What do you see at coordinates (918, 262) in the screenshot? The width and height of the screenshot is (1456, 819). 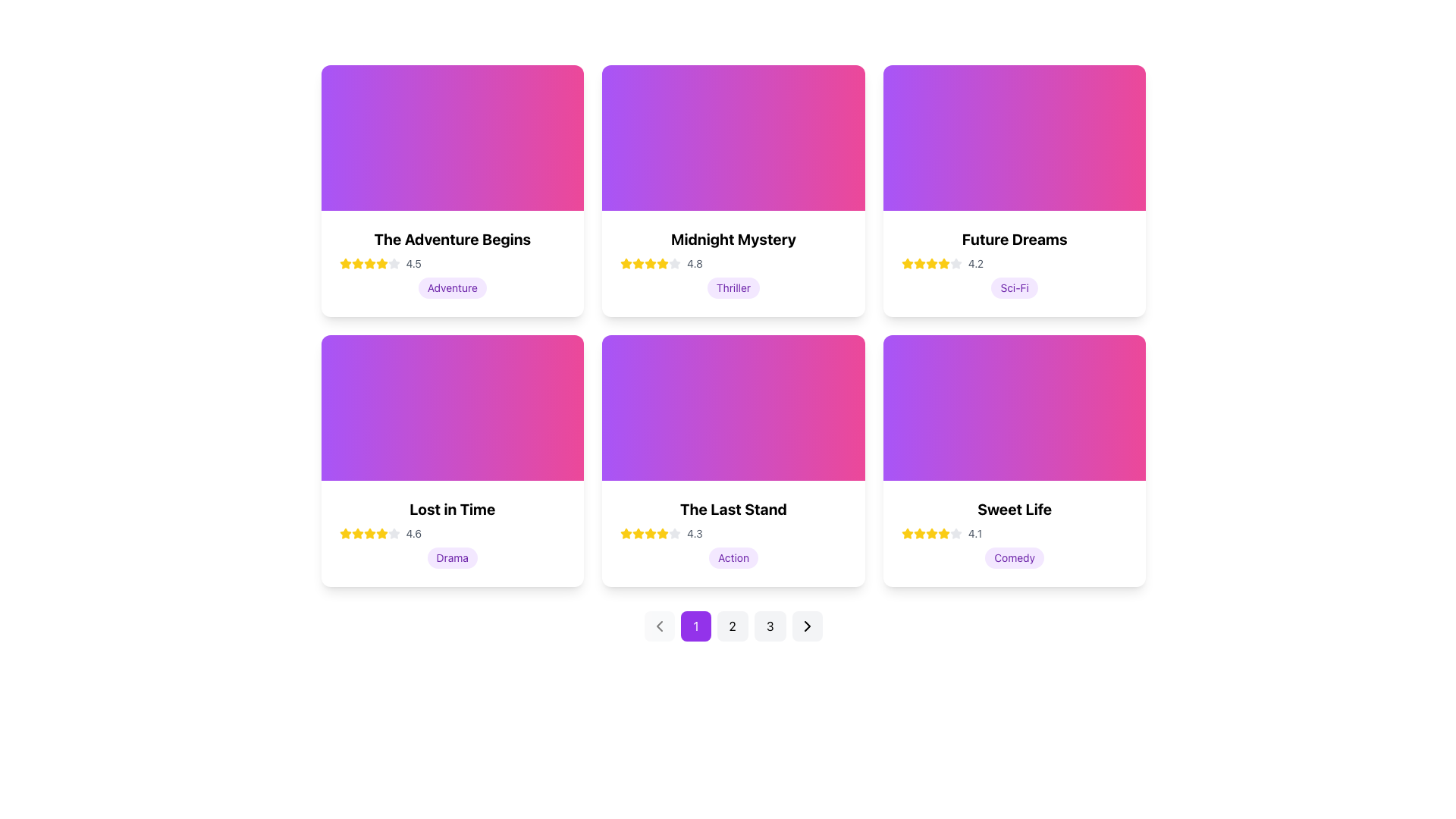 I see `the third star icon representing a rating of 3 stars out of 5 for the content in the 'Future Dreams' card` at bounding box center [918, 262].